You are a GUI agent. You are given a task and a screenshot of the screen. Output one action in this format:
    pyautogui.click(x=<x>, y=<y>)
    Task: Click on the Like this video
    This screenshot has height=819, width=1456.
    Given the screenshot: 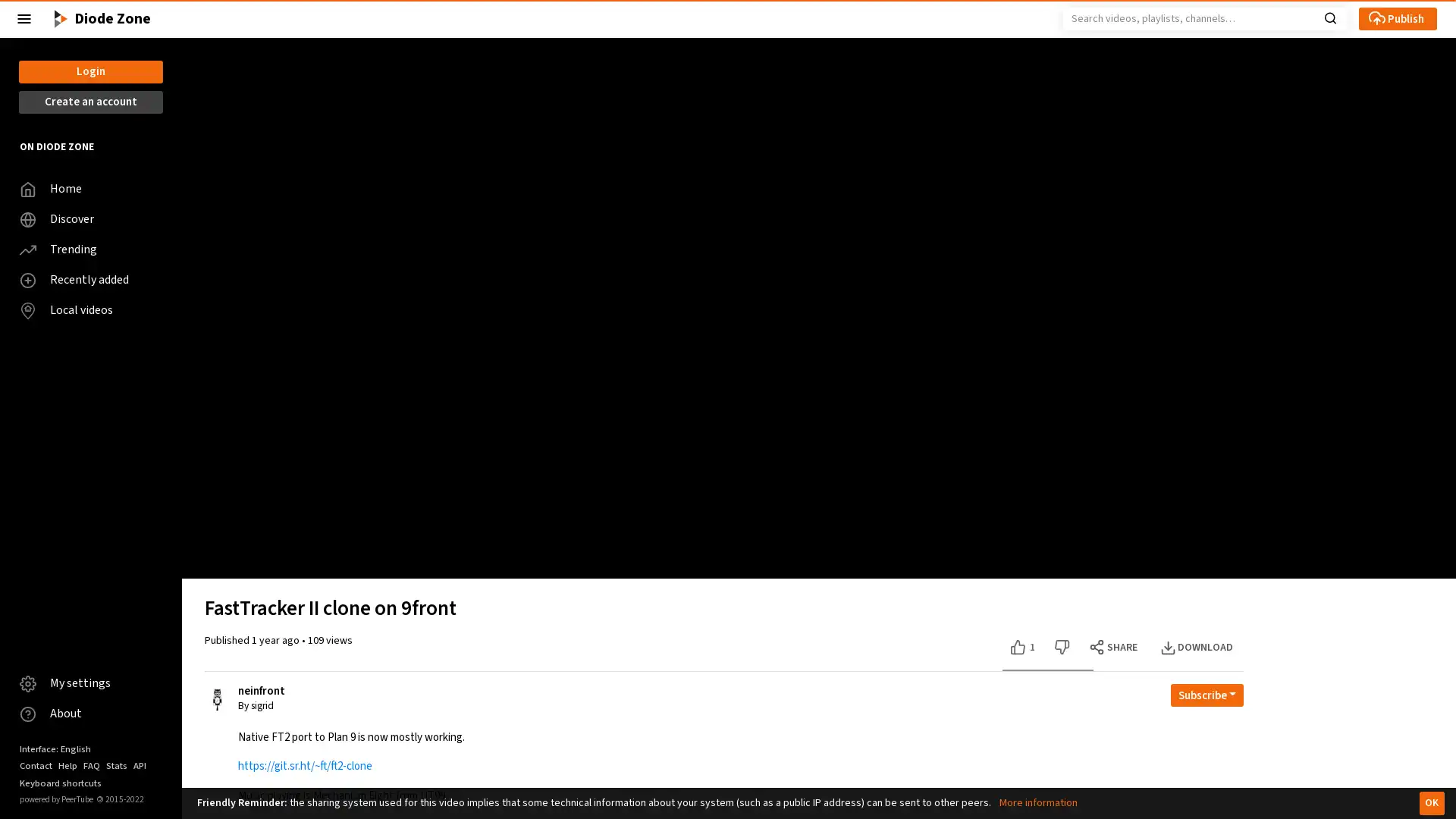 What is the action you would take?
    pyautogui.click(x=1024, y=647)
    